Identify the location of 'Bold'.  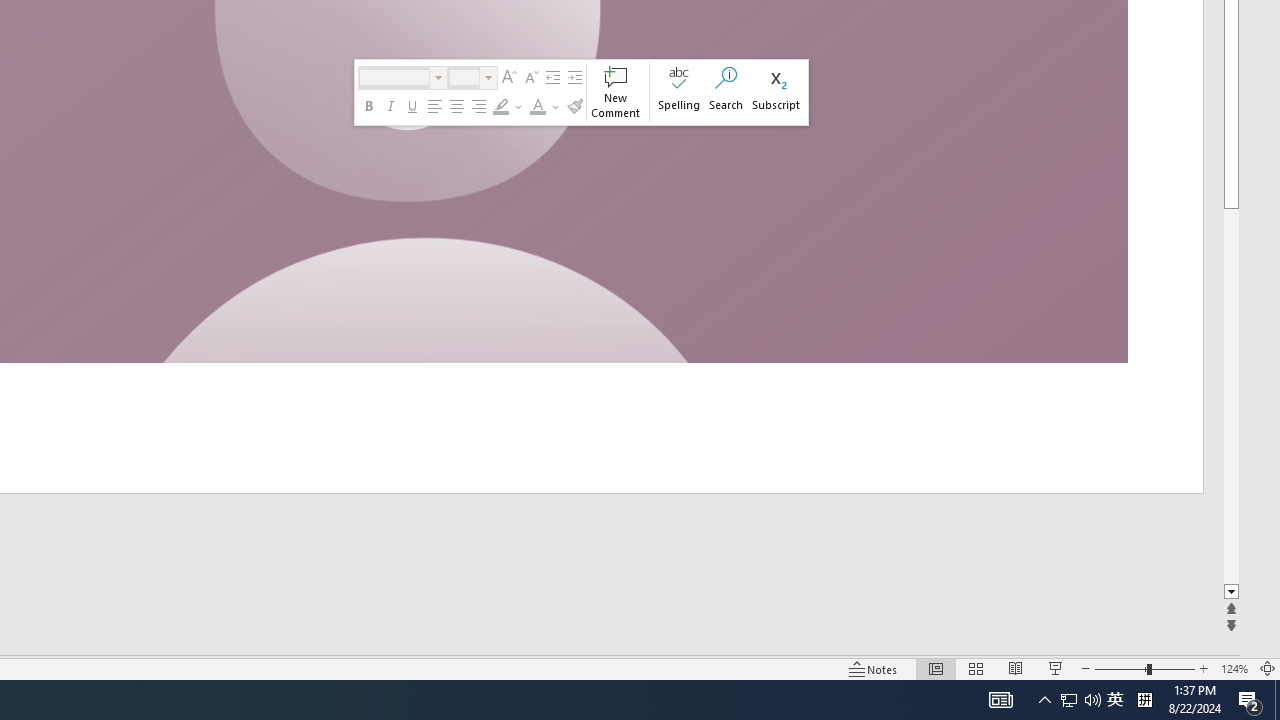
(369, 106).